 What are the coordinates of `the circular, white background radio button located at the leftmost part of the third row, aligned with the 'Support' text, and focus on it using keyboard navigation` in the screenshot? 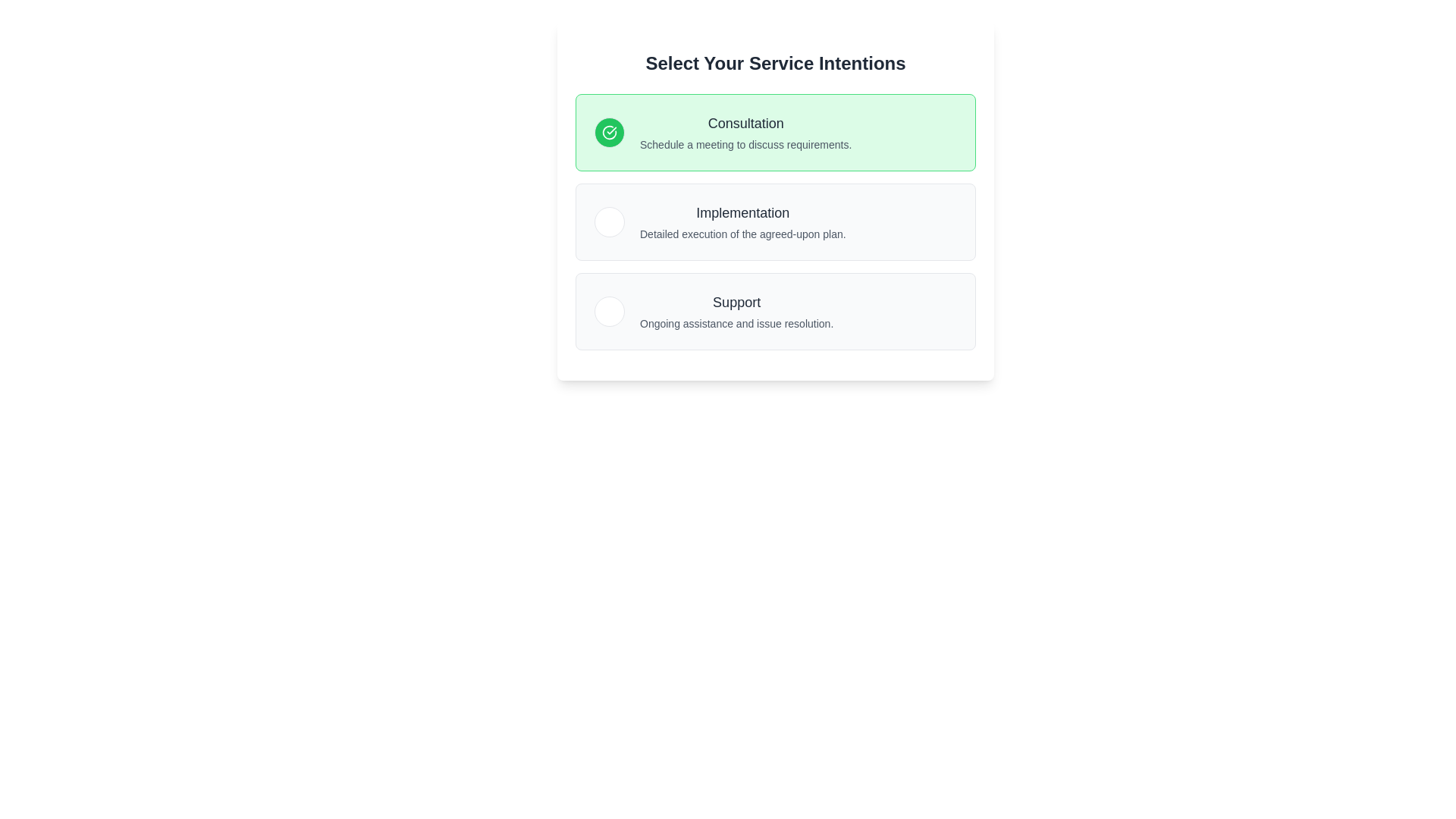 It's located at (610, 311).